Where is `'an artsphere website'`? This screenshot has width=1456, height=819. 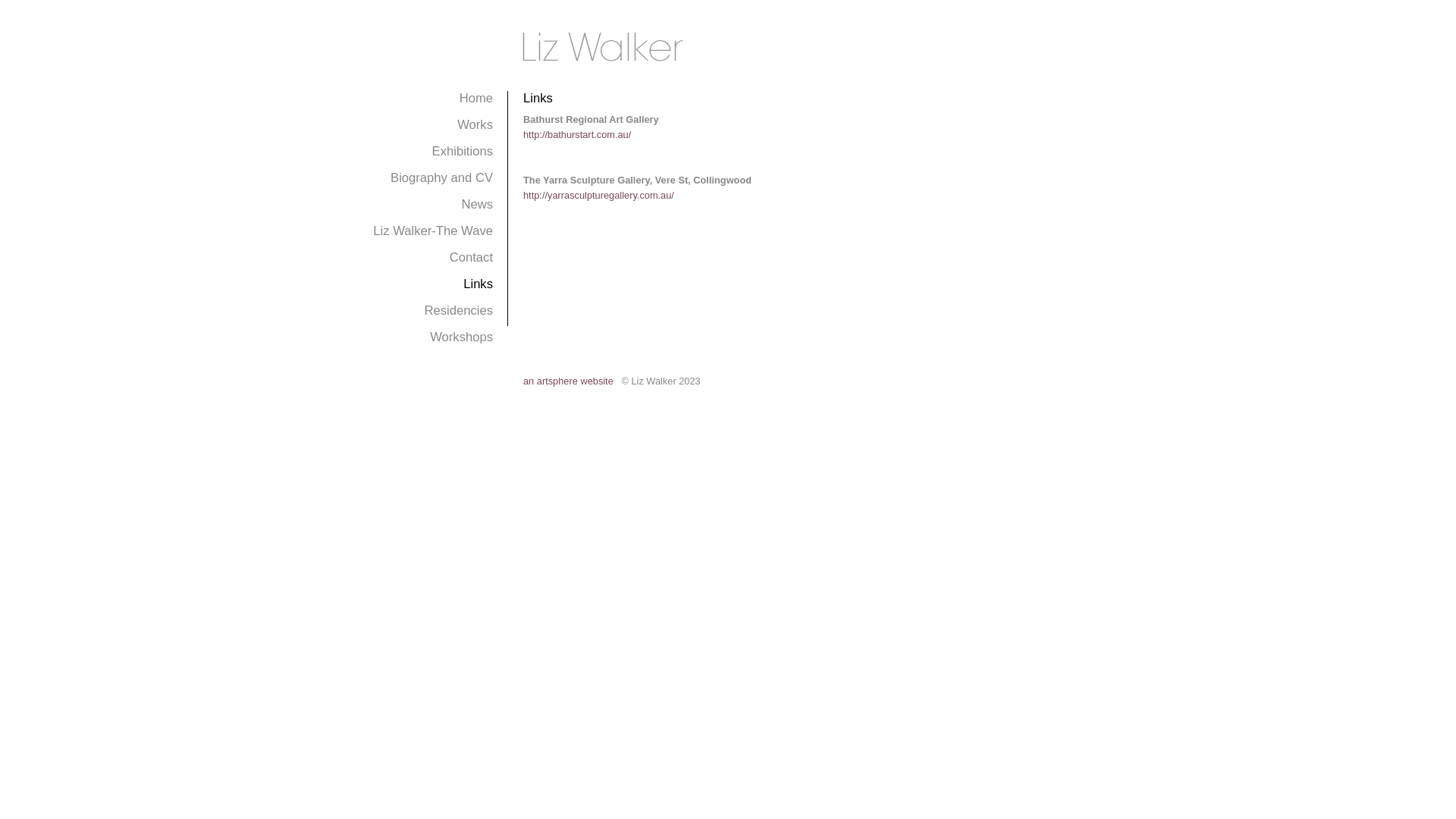
'an artsphere website' is located at coordinates (567, 380).